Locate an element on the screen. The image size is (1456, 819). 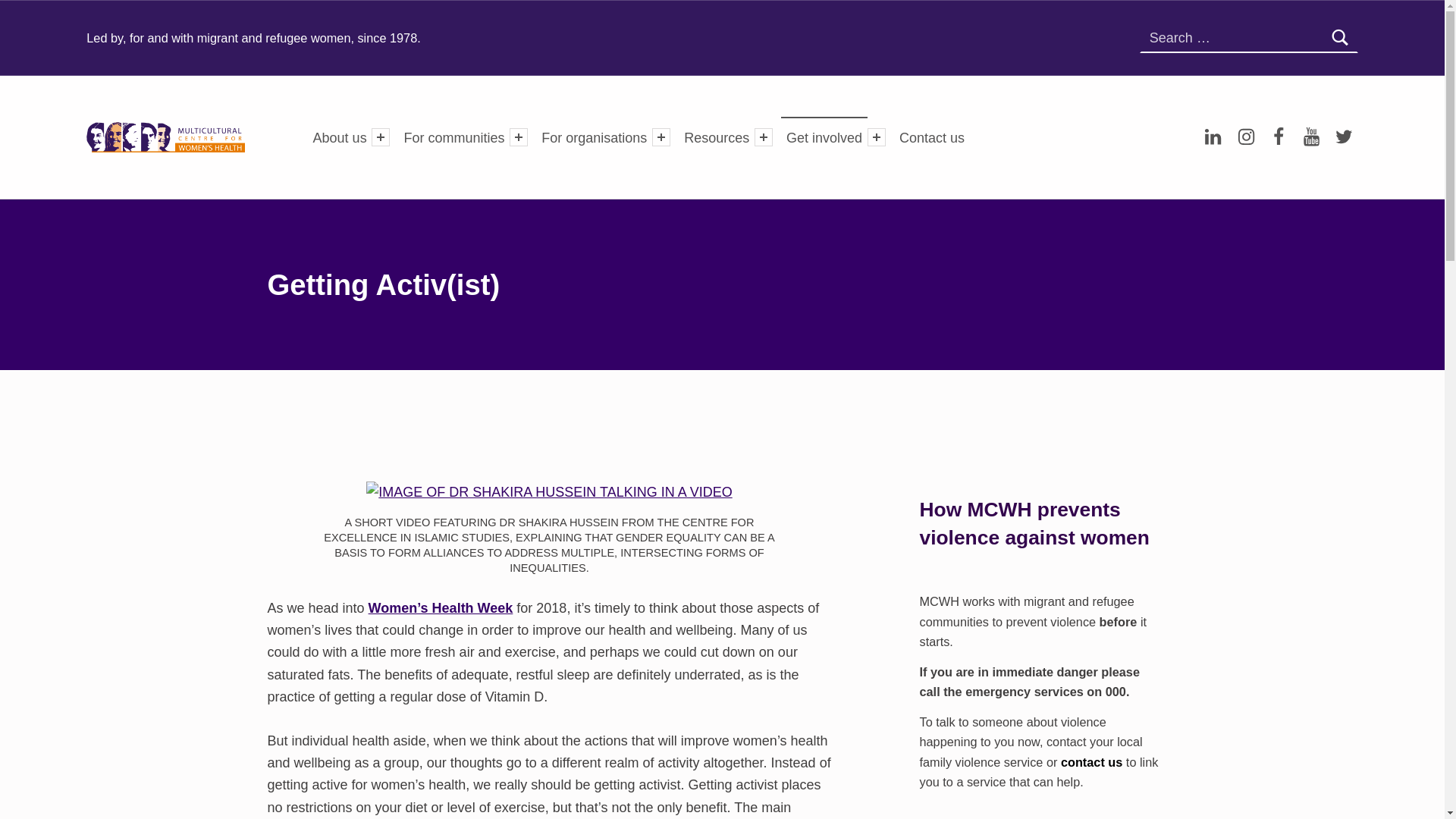
'For organisations' is located at coordinates (535, 136).